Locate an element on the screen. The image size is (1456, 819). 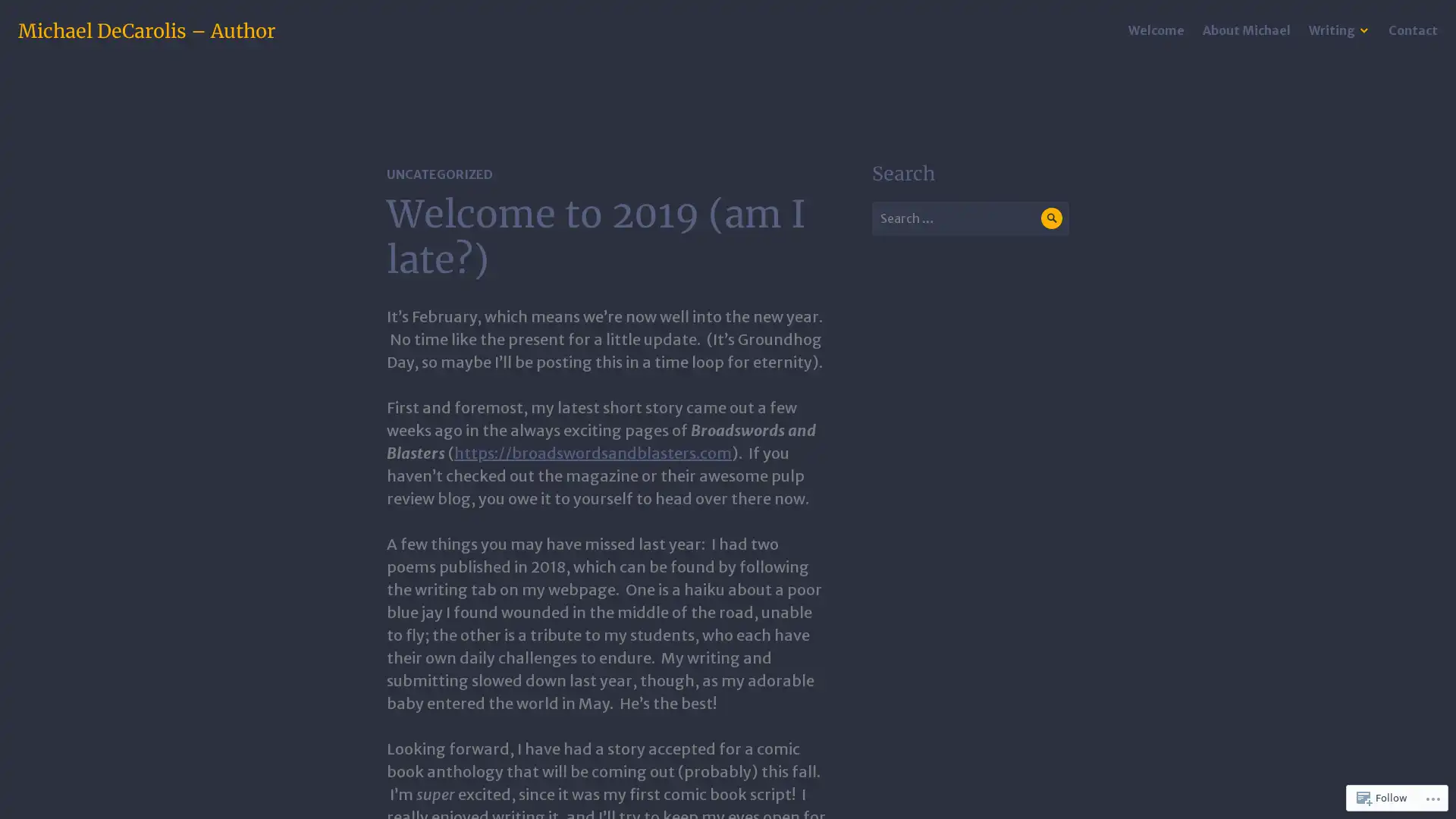
Search is located at coordinates (1050, 218).